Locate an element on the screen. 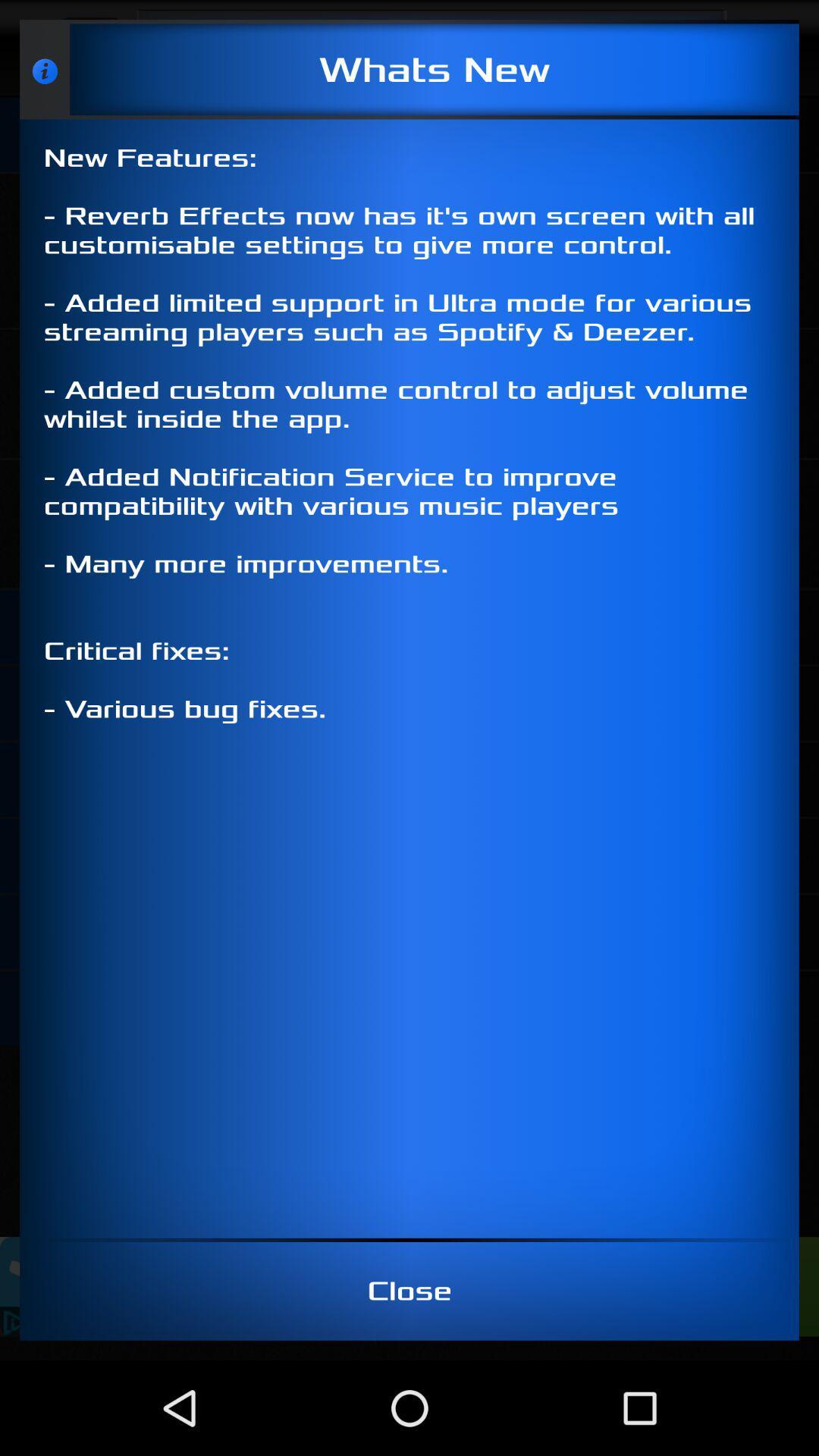  the new features reverb is located at coordinates (409, 678).